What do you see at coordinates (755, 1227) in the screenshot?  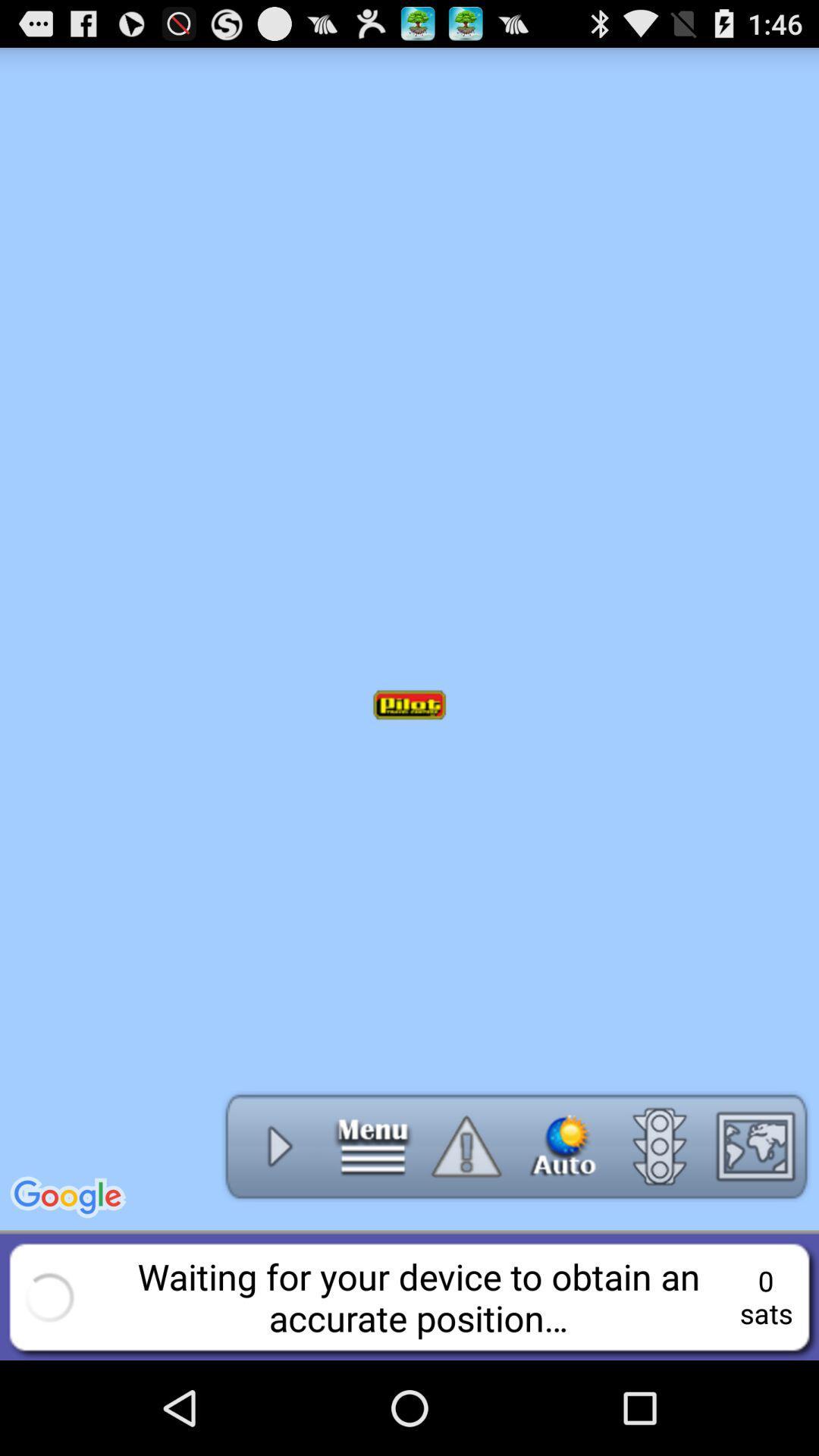 I see `the wallpaper icon` at bounding box center [755, 1227].